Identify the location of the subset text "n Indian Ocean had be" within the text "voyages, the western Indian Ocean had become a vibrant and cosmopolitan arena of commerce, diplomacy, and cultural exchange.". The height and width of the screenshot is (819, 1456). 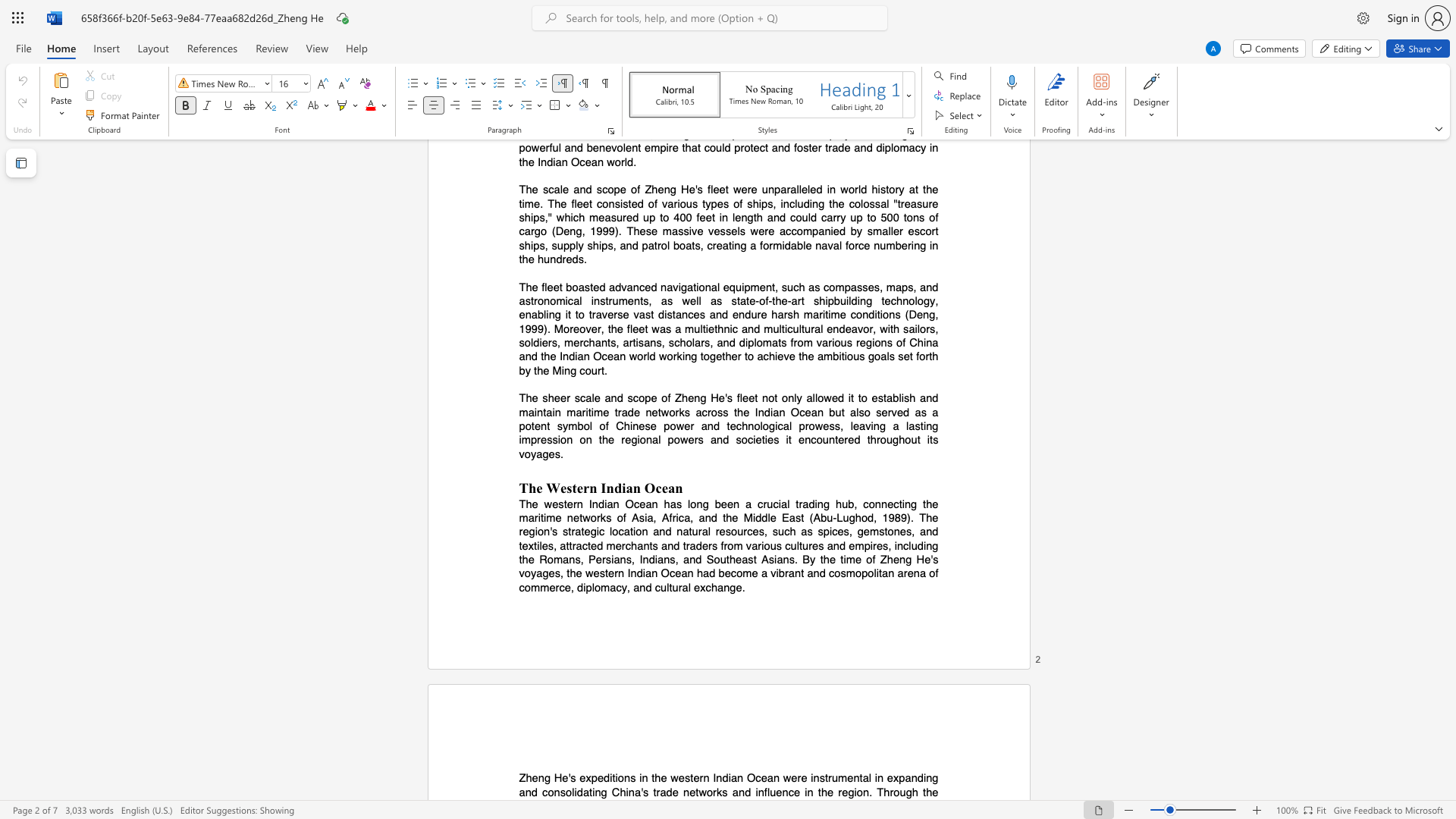
(618, 573).